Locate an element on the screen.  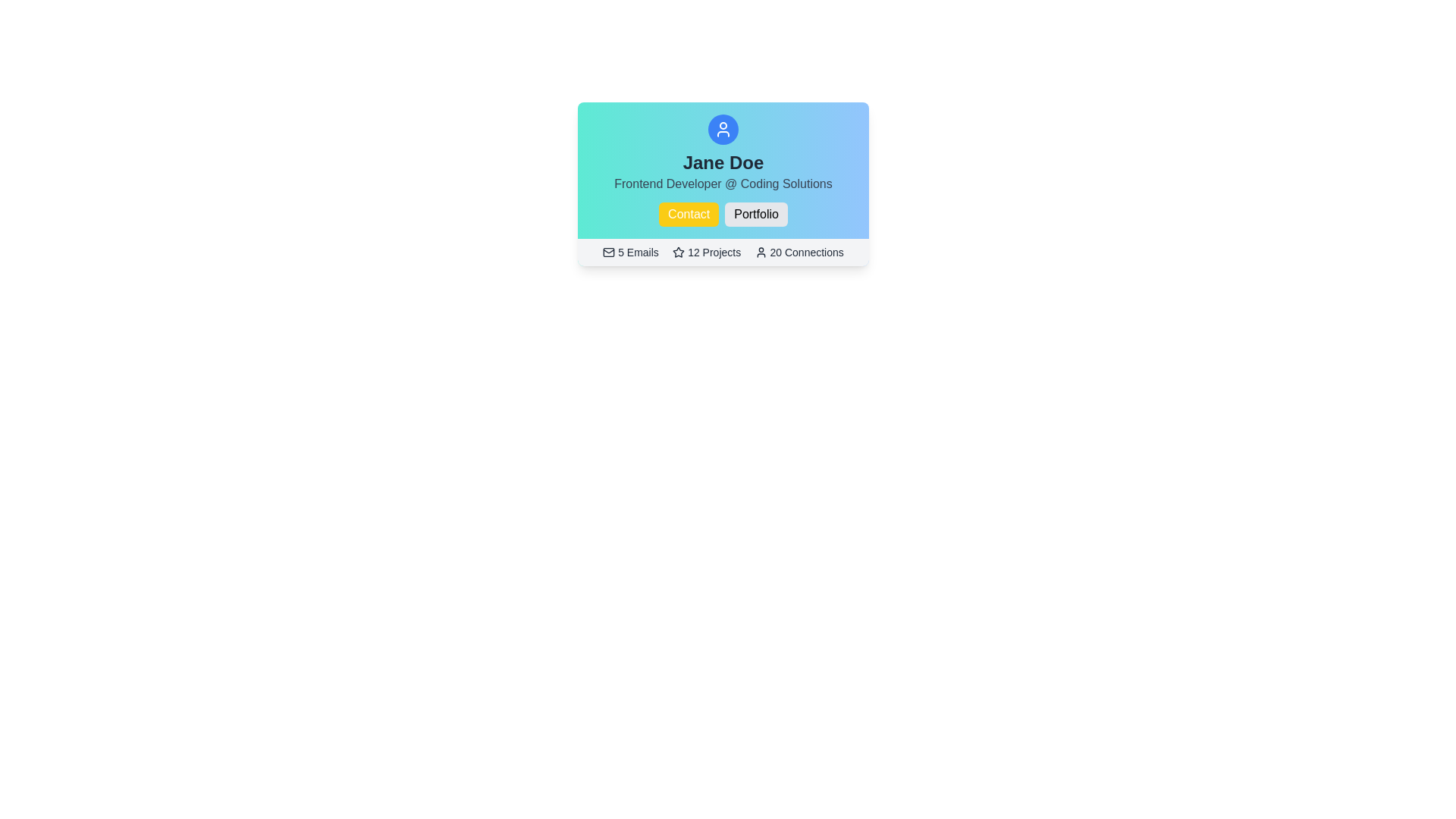
any of the category icons in the horizontally aligned text group featuring statistics below the 'Jane Doe' card is located at coordinates (723, 251).